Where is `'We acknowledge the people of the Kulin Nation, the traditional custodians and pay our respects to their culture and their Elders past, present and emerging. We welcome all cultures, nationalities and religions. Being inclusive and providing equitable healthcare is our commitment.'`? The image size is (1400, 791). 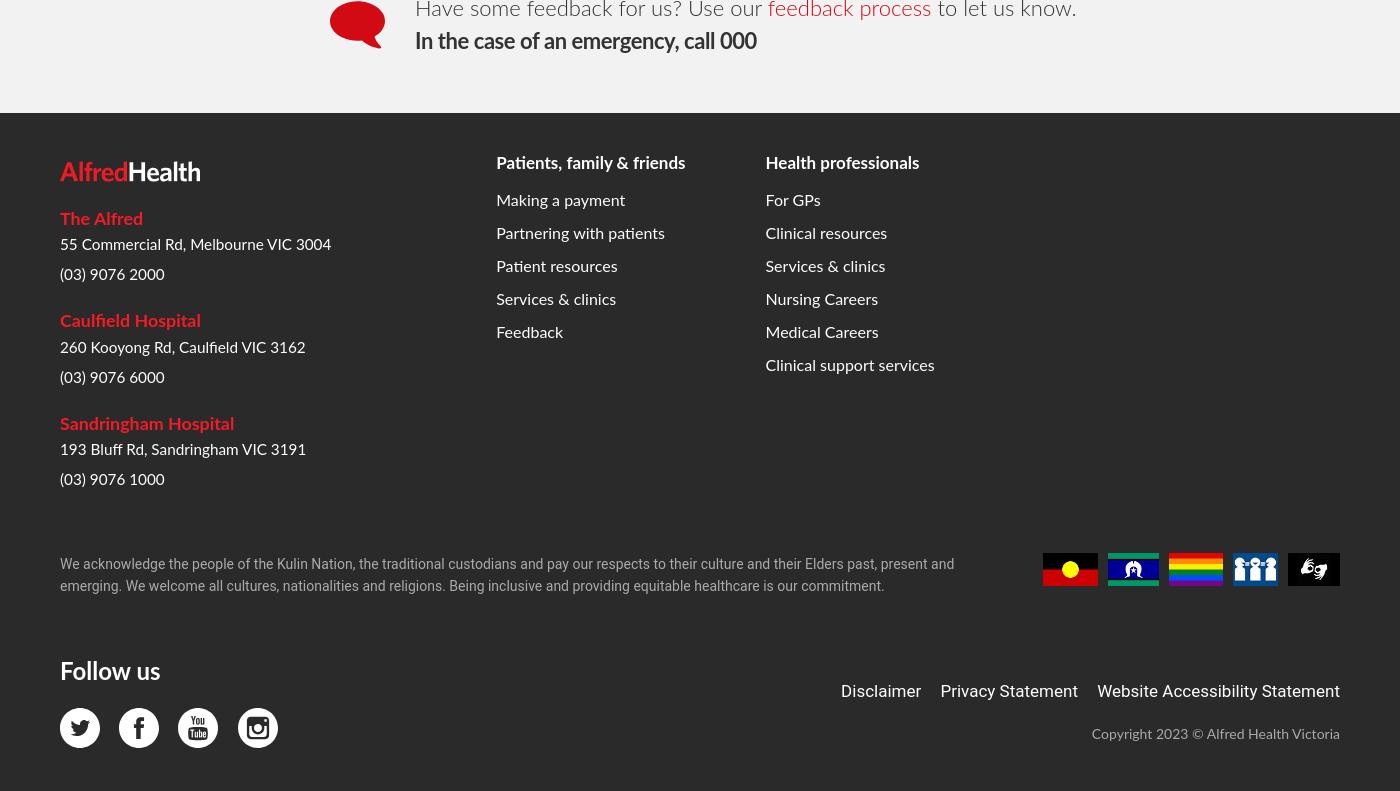 'We acknowledge the people of the Kulin Nation, the traditional custodians and pay our respects to their culture and their Elders past, present and emerging. We welcome all cultures, nationalities and religions. Being inclusive and providing equitable healthcare is our commitment.' is located at coordinates (506, 251).